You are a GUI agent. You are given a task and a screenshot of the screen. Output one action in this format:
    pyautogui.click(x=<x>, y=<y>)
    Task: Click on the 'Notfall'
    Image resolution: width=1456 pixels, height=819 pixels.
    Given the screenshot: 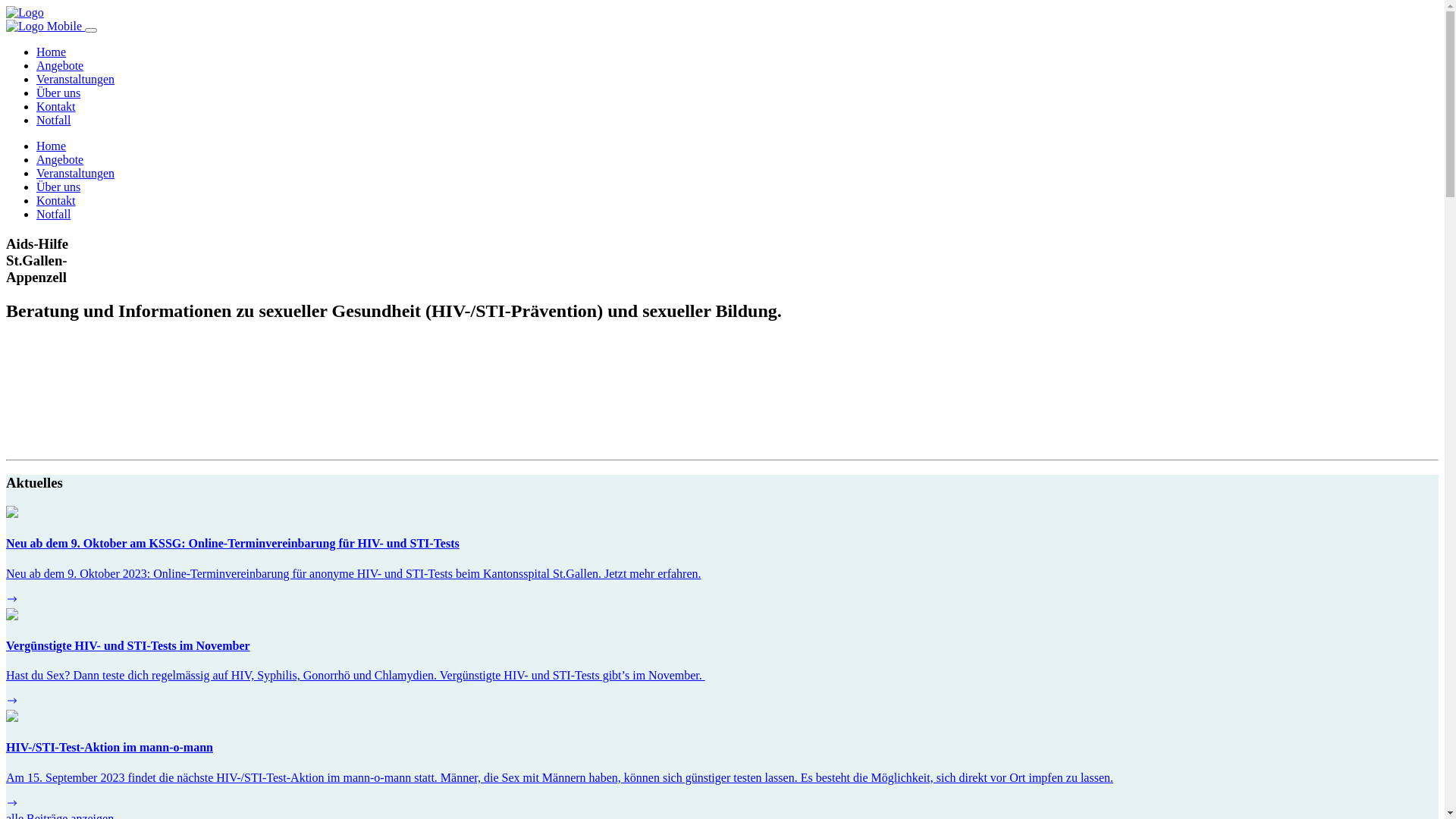 What is the action you would take?
    pyautogui.click(x=36, y=119)
    